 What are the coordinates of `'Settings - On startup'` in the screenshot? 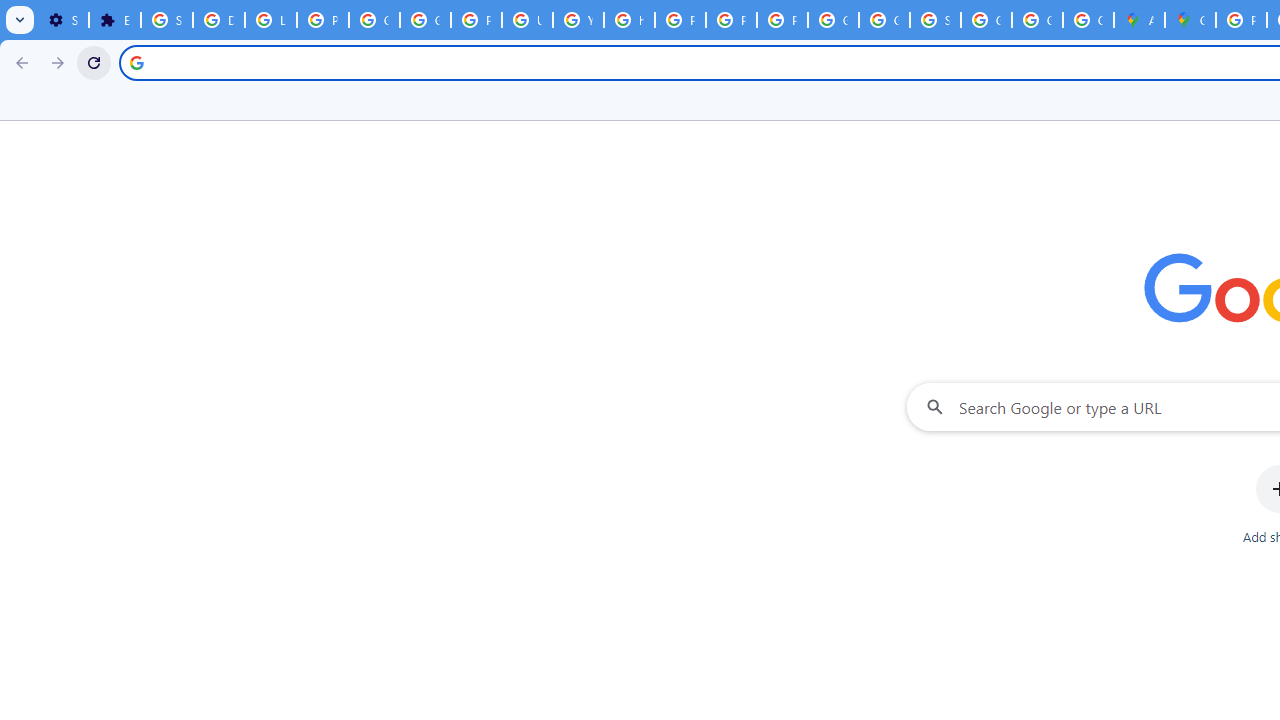 It's located at (63, 20).